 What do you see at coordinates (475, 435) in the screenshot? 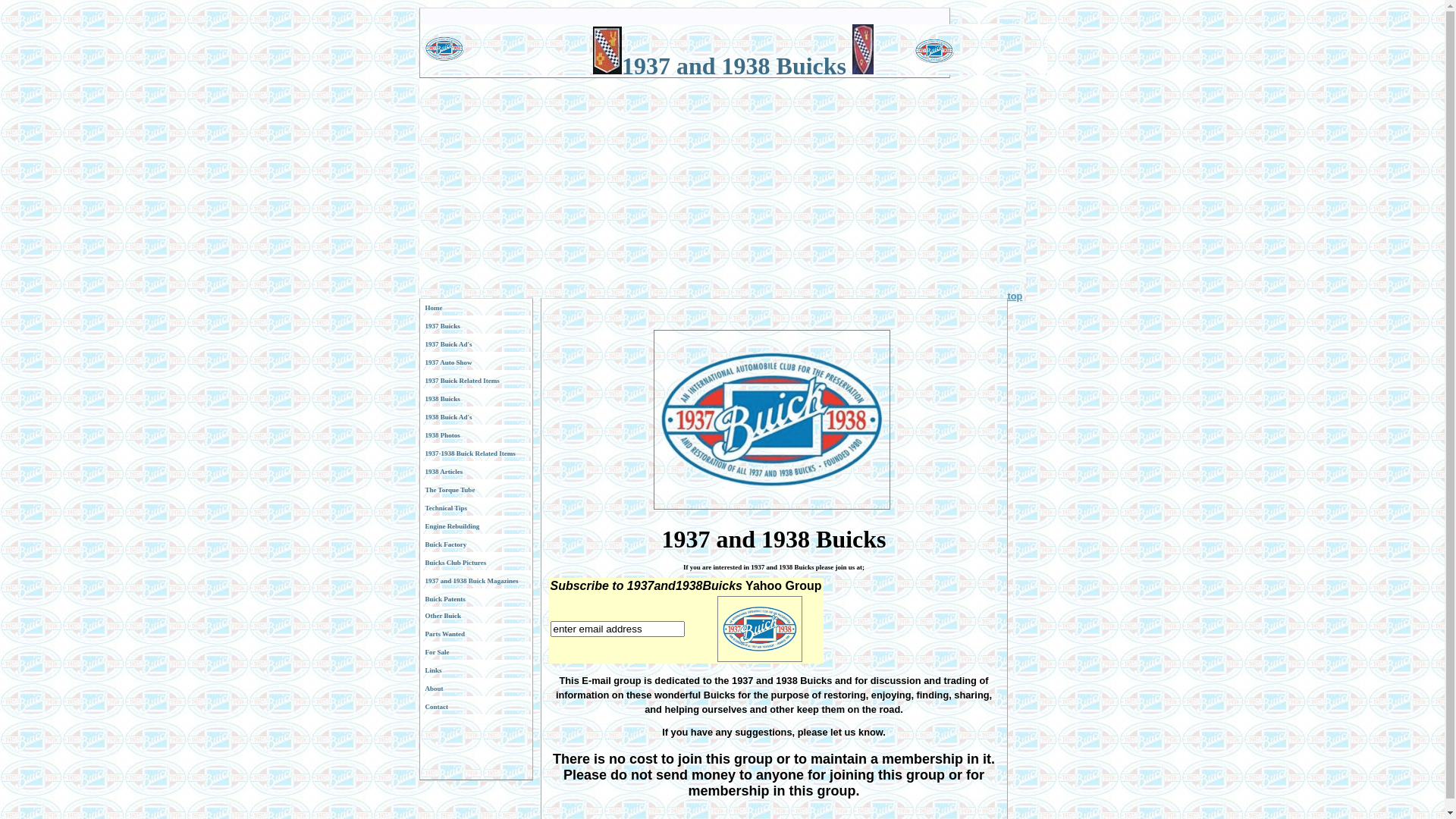
I see `'1938 Photos'` at bounding box center [475, 435].